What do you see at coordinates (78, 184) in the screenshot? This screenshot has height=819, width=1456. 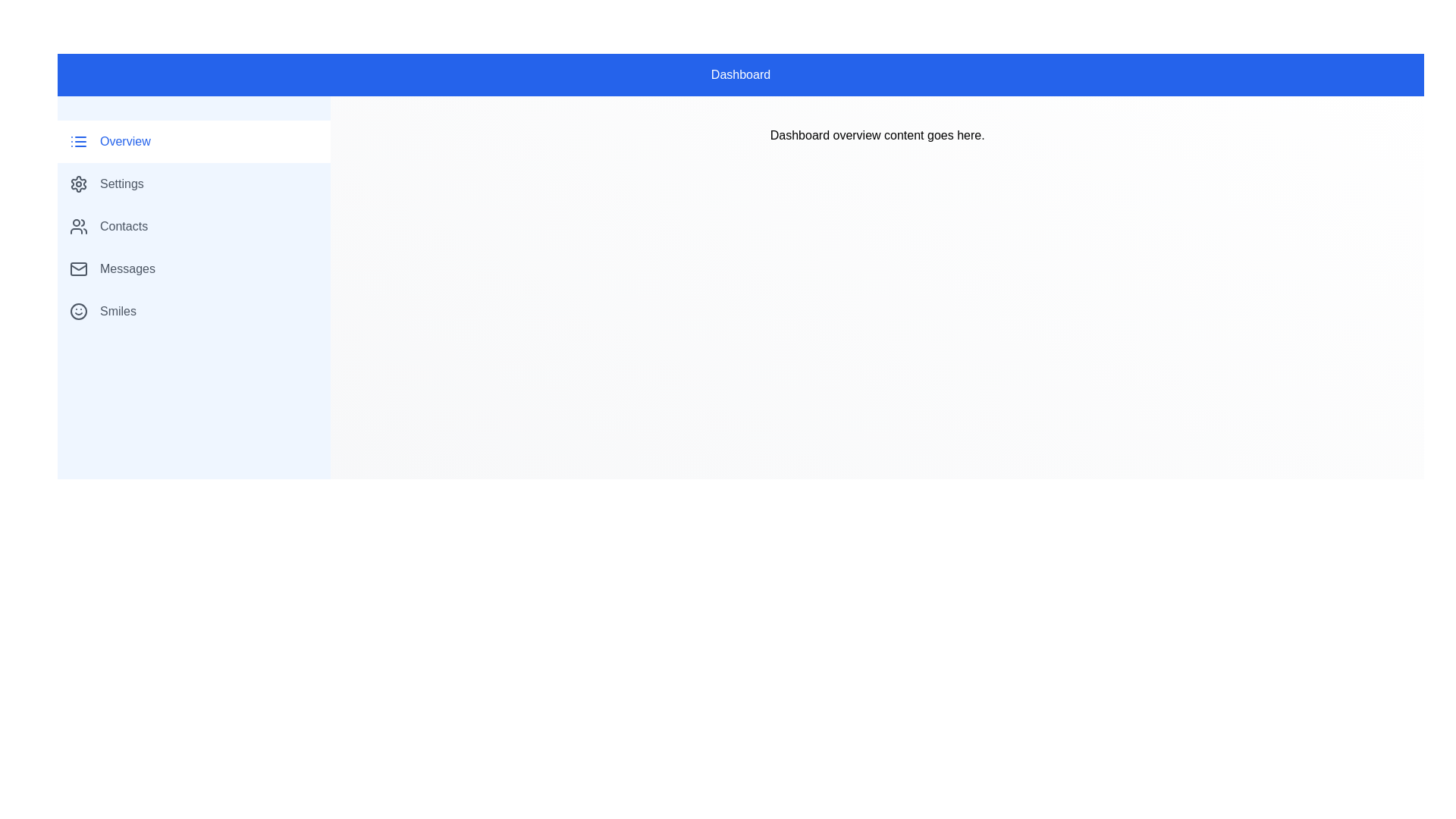 I see `the settings menu icon located in the sidebar navigation menu` at bounding box center [78, 184].